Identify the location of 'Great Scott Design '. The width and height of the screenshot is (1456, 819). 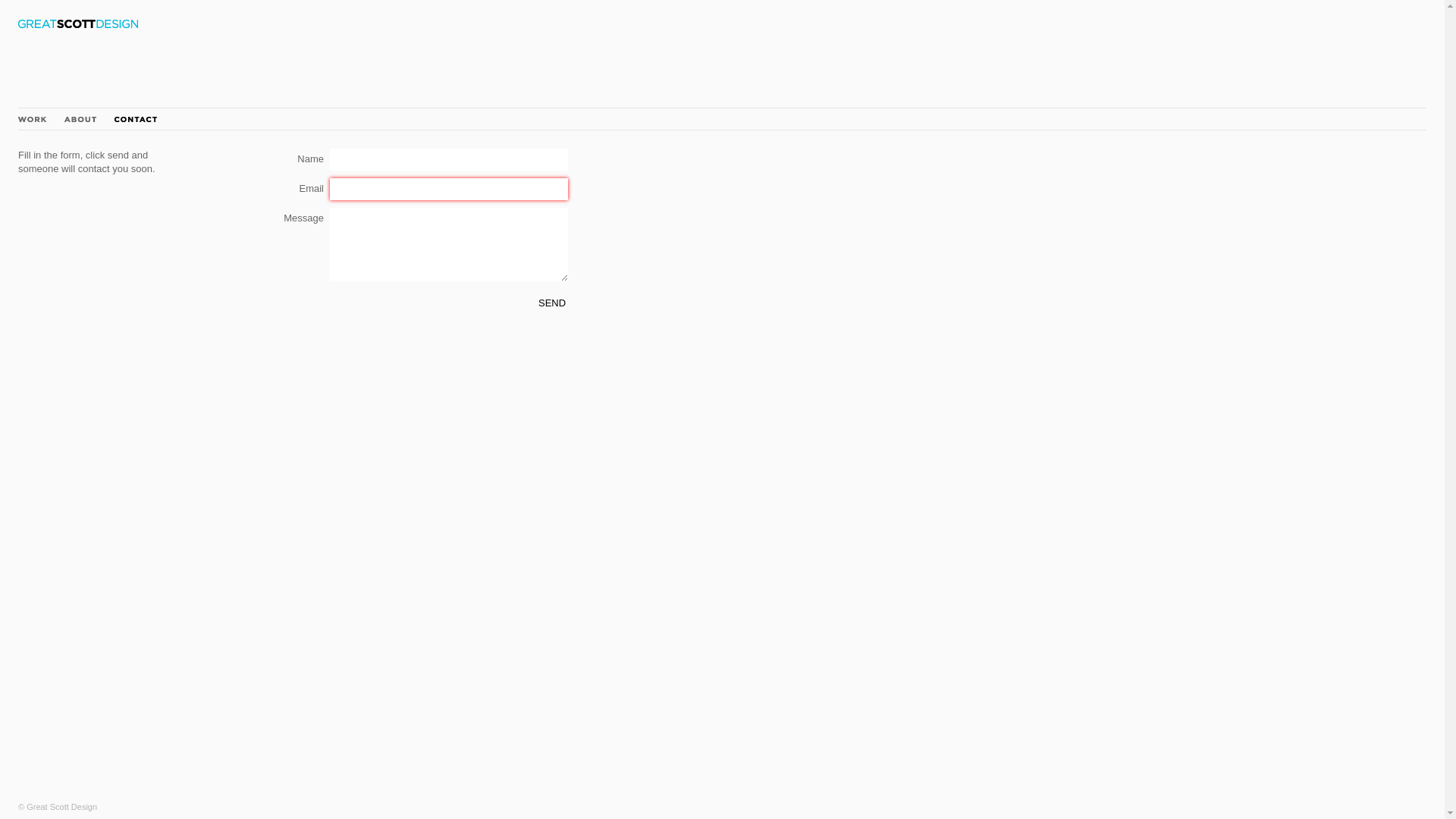
(77, 24).